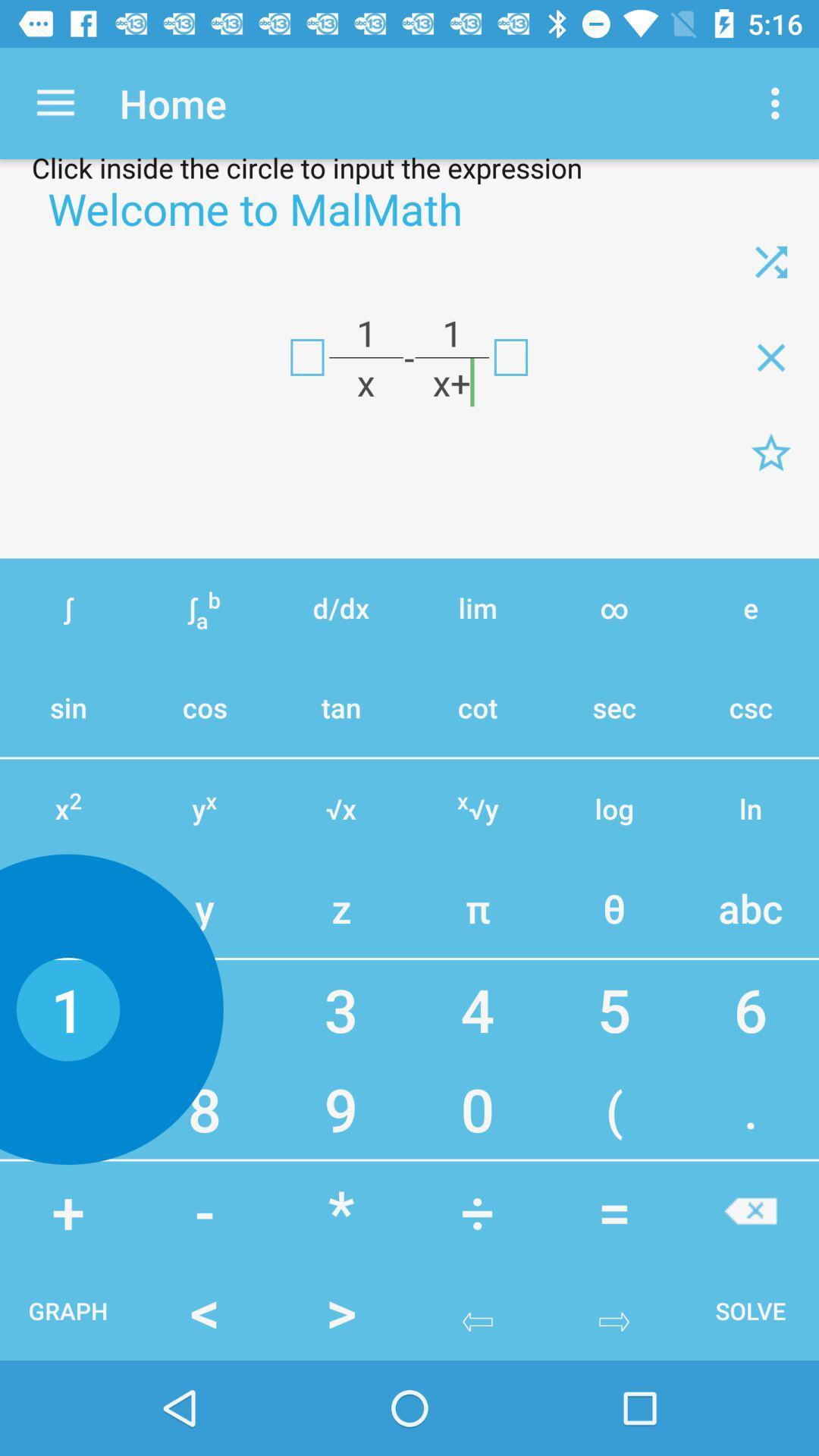  Describe the element at coordinates (771, 262) in the screenshot. I see `refeet option` at that location.